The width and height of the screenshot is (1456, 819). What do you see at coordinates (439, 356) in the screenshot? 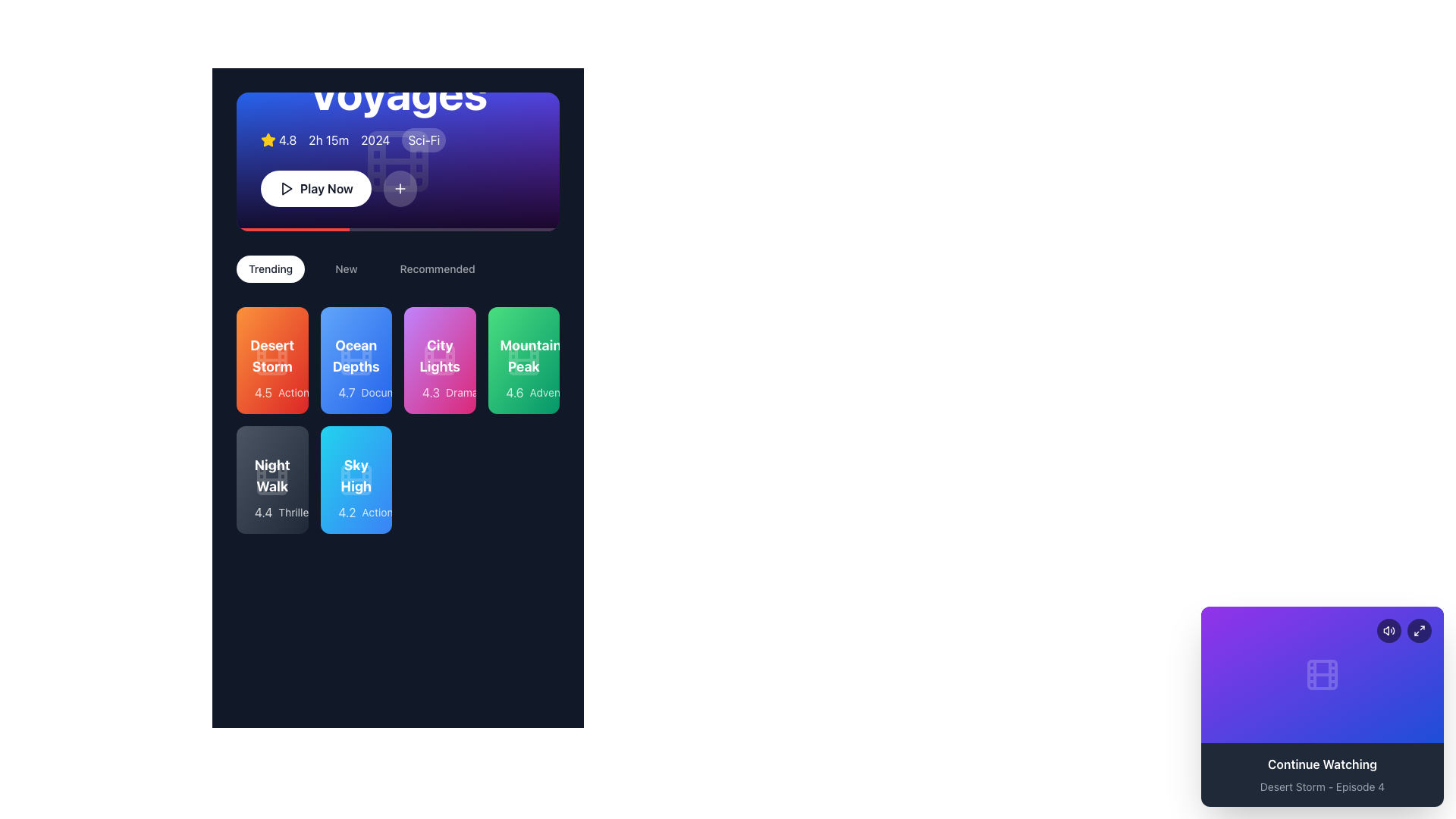
I see `the bold, white text label 'City Lights' positioned at the top-middle section of the trending movie posters grid, distinctively set against a vibrant pink background` at bounding box center [439, 356].